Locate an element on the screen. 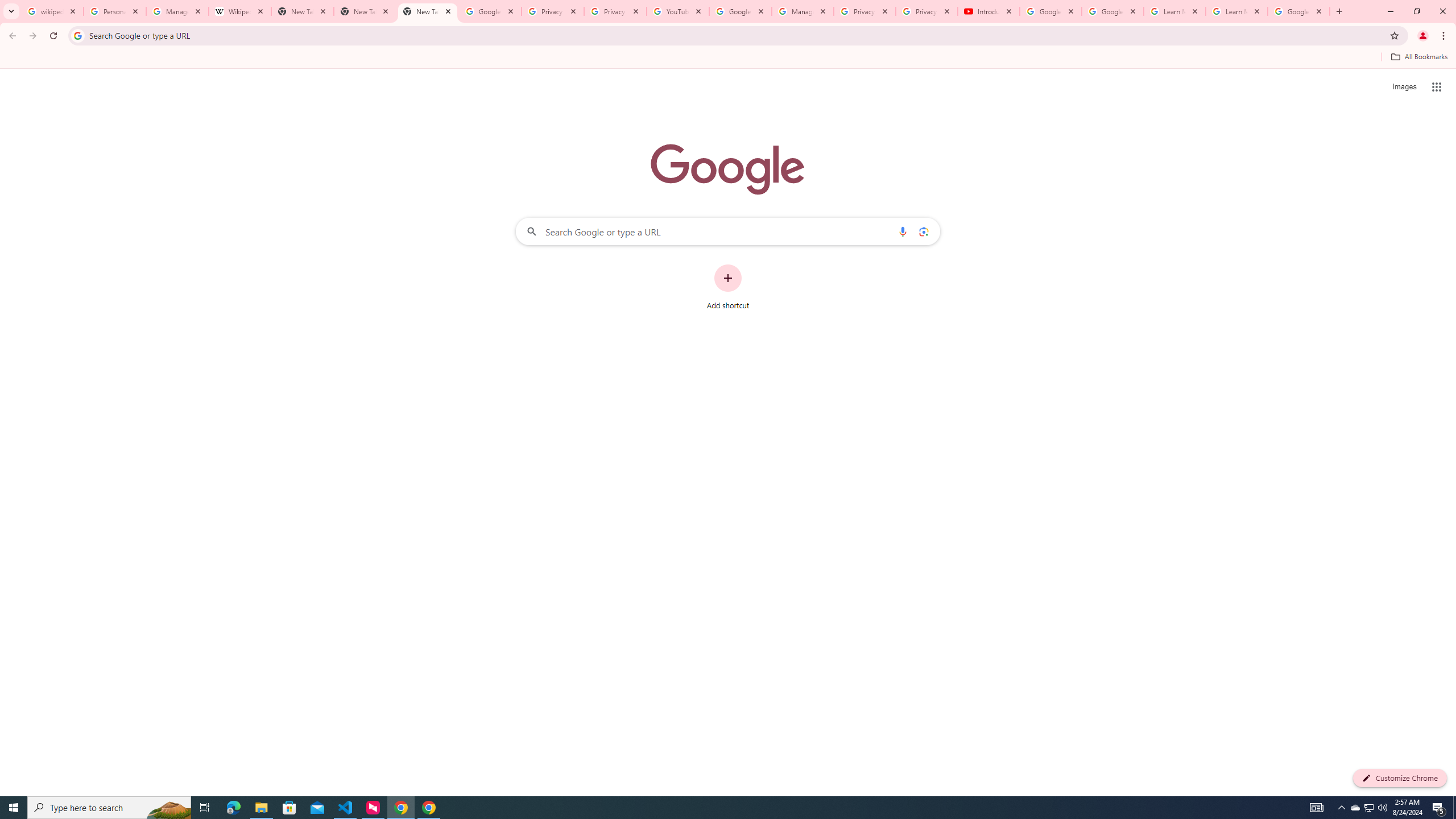  'Google Account Help' is located at coordinates (1050, 11).